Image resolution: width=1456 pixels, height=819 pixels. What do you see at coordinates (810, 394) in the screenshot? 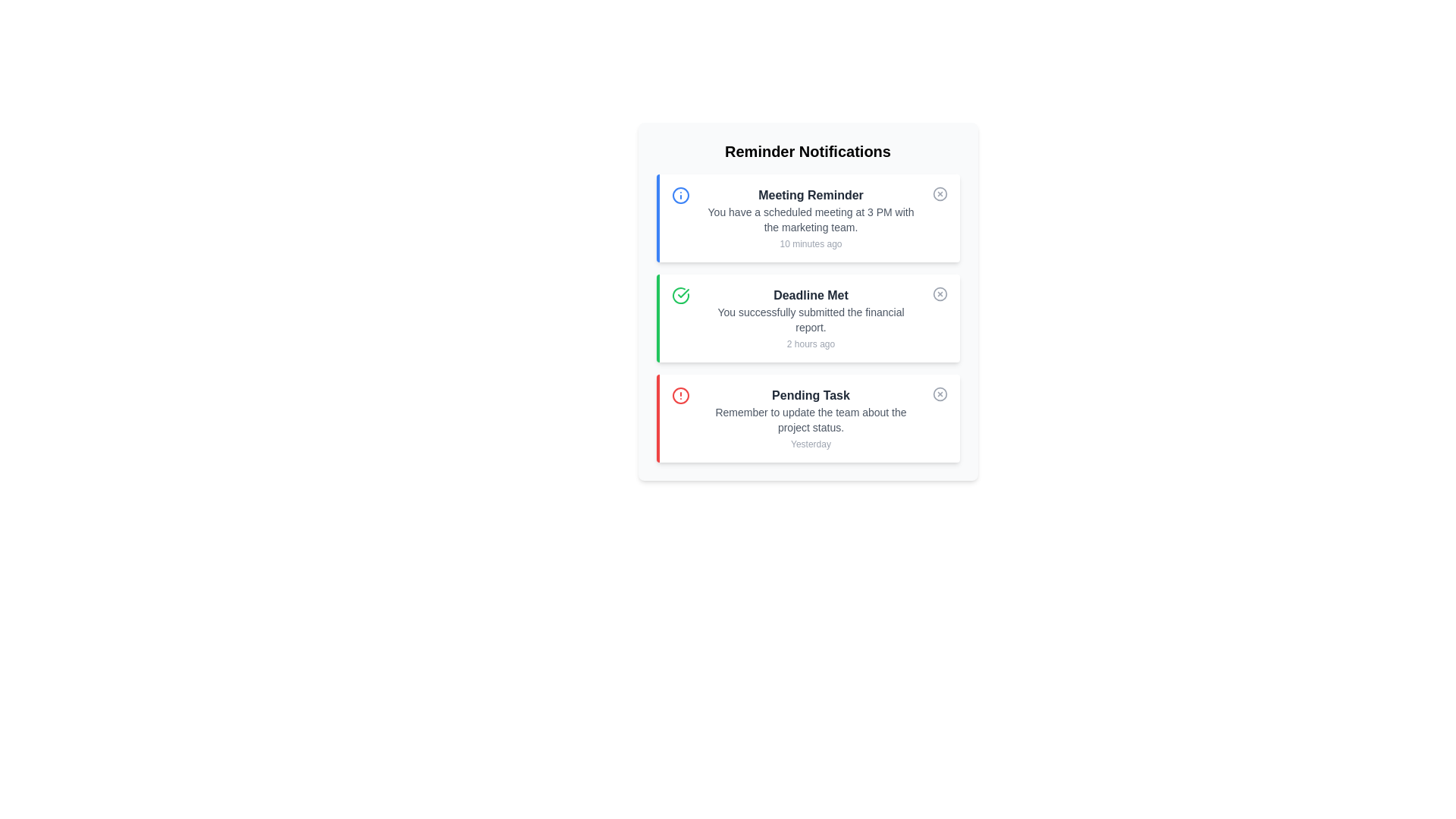
I see `the title Text Label of the last notification card in the notification interface, which identifies a pending task` at bounding box center [810, 394].